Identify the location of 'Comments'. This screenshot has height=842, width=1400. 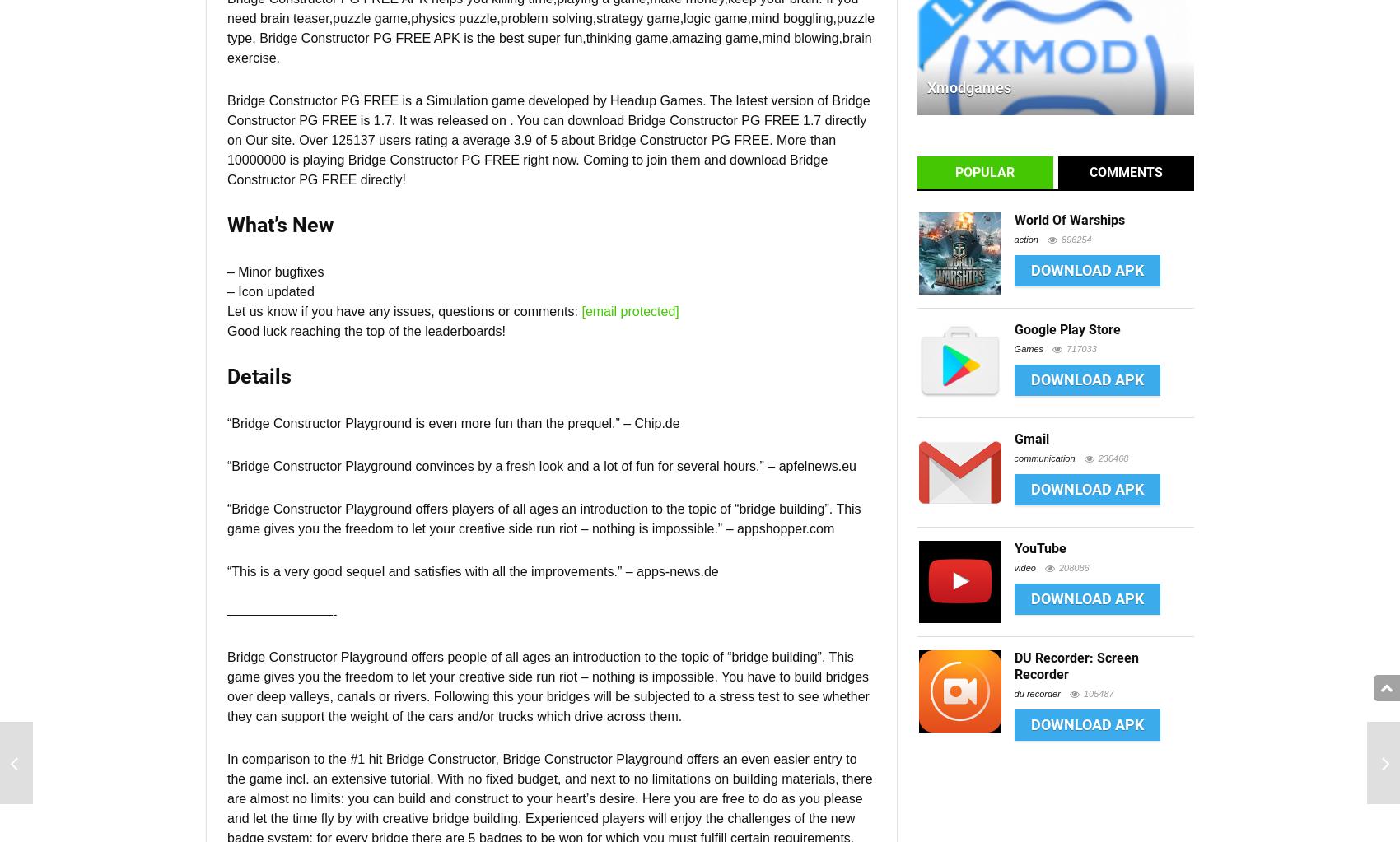
(1126, 171).